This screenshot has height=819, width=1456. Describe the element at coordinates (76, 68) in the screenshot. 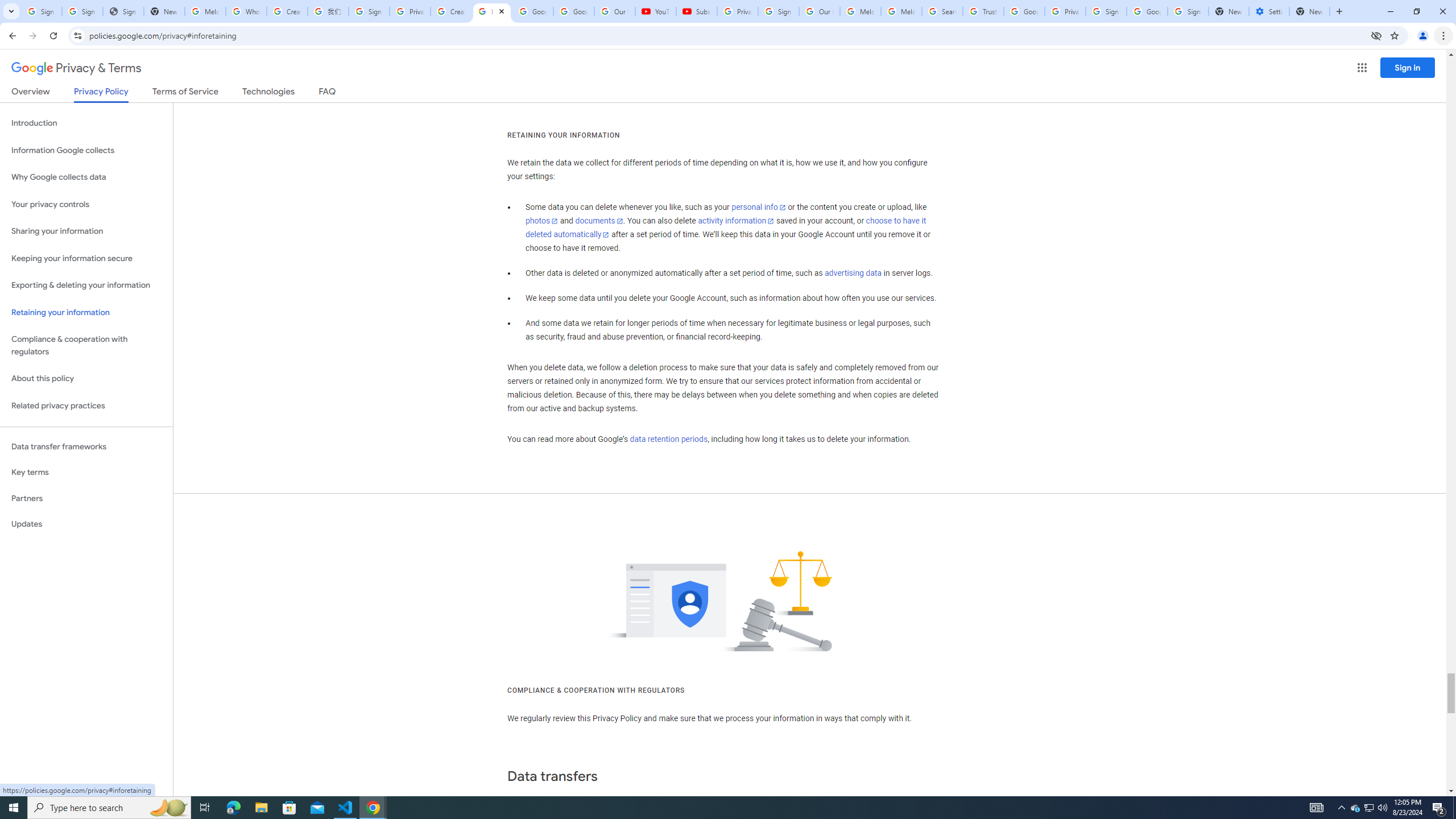

I see `'Privacy & Terms'` at that location.